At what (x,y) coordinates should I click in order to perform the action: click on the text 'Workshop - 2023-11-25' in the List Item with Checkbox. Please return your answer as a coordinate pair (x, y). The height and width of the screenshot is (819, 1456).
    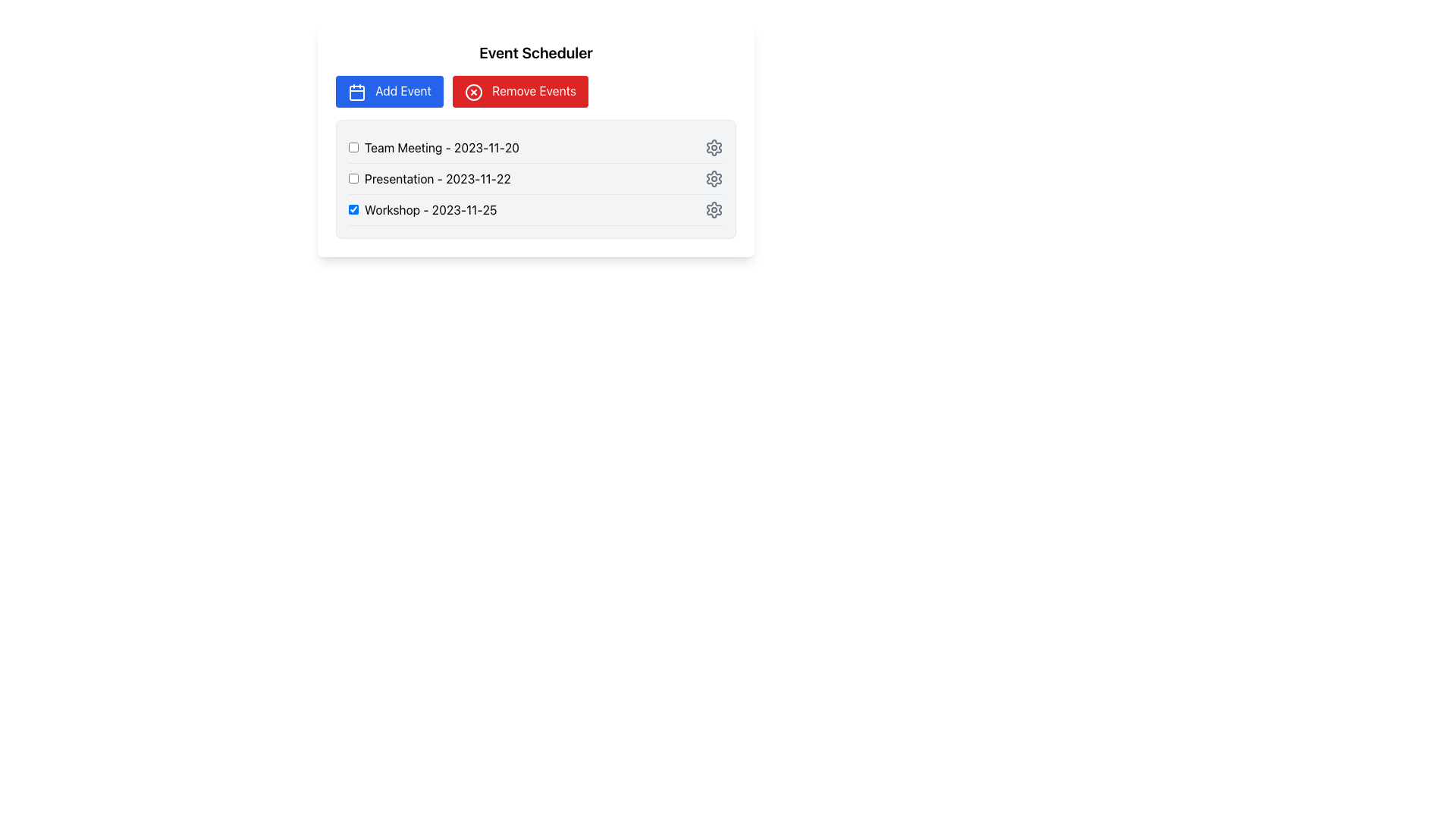
    Looking at the image, I should click on (422, 209).